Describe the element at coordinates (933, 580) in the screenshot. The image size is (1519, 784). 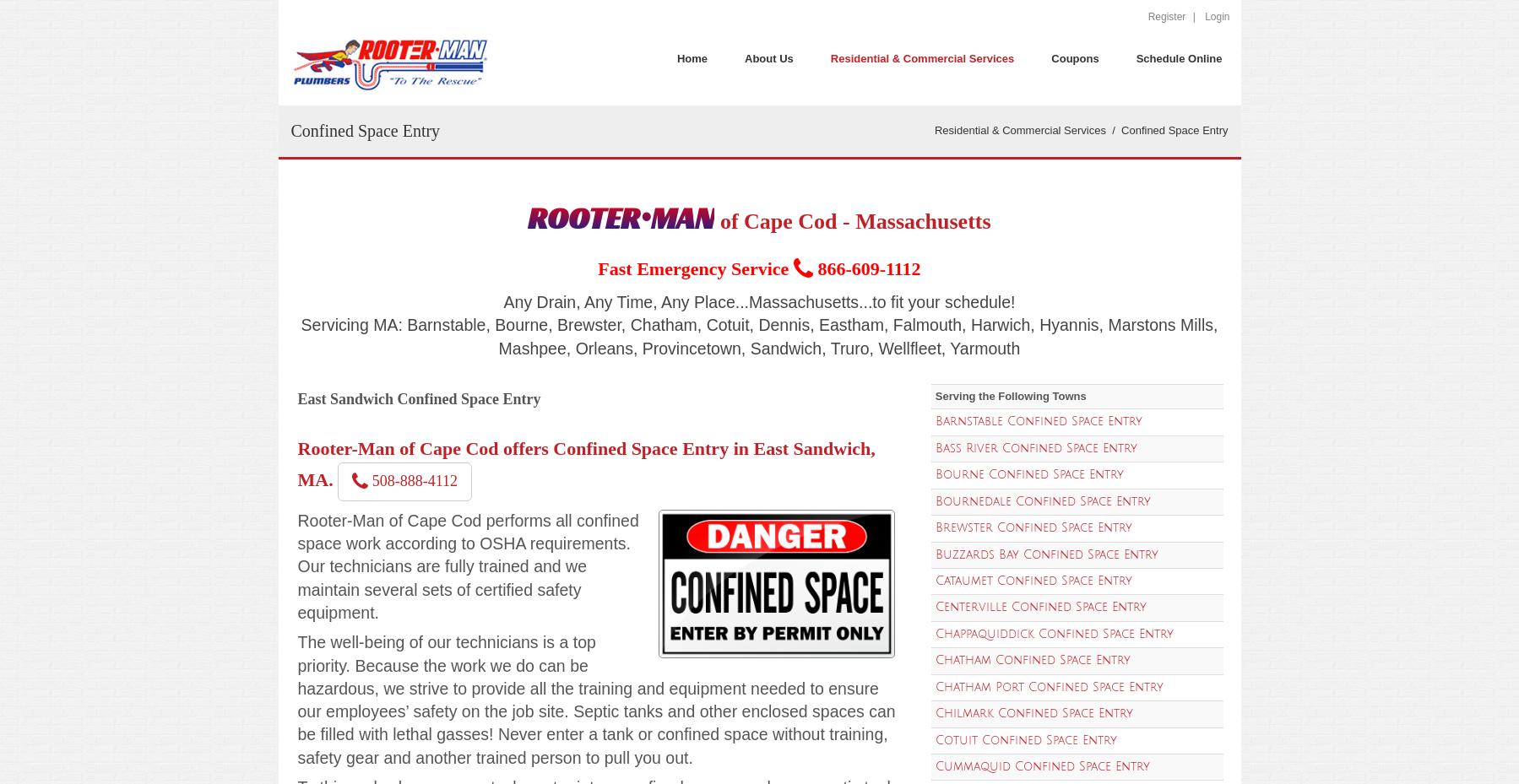
I see `'Cataumet Confined Space Entry'` at that location.